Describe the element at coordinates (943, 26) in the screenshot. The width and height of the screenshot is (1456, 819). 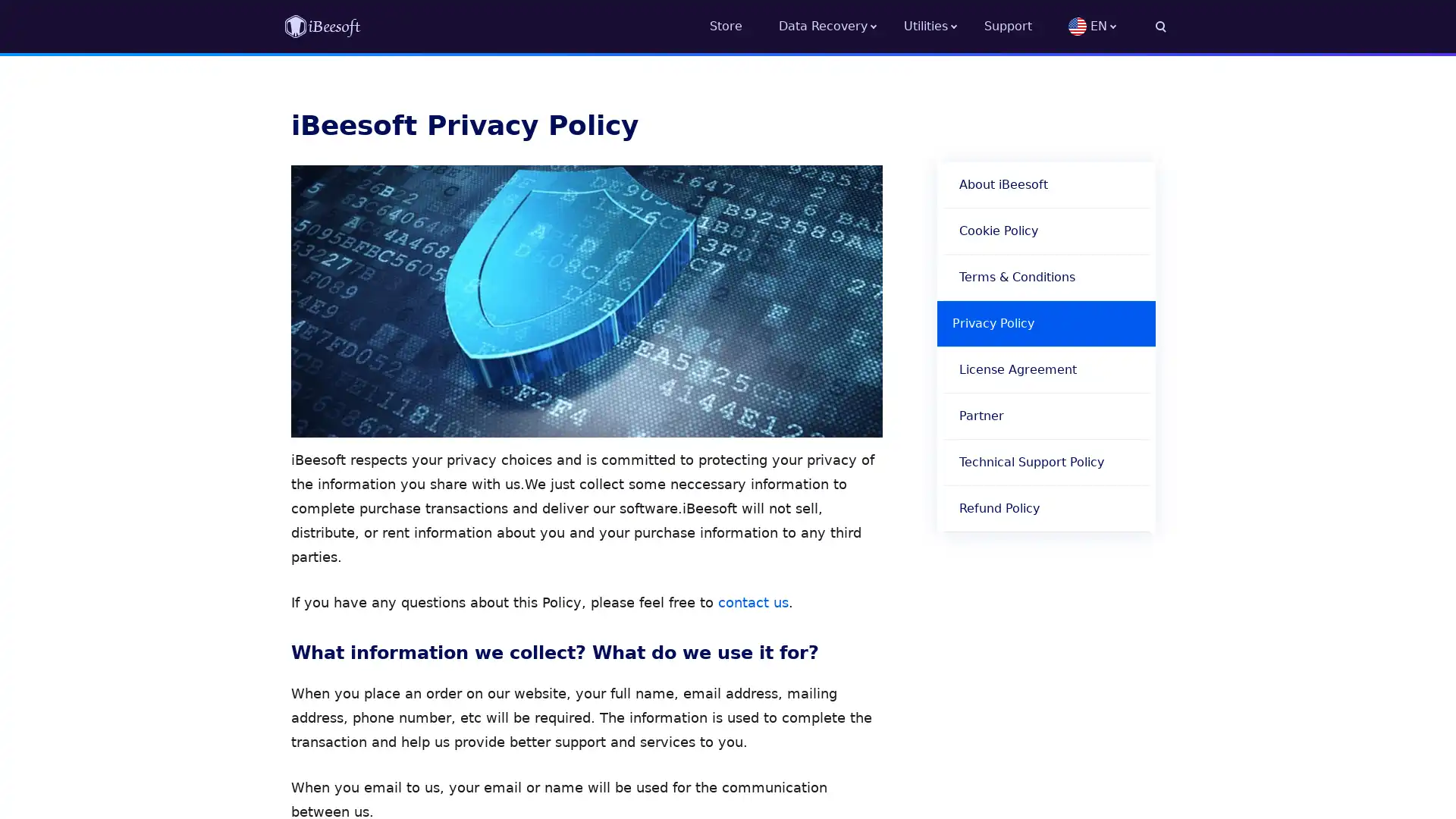
I see `products` at that location.